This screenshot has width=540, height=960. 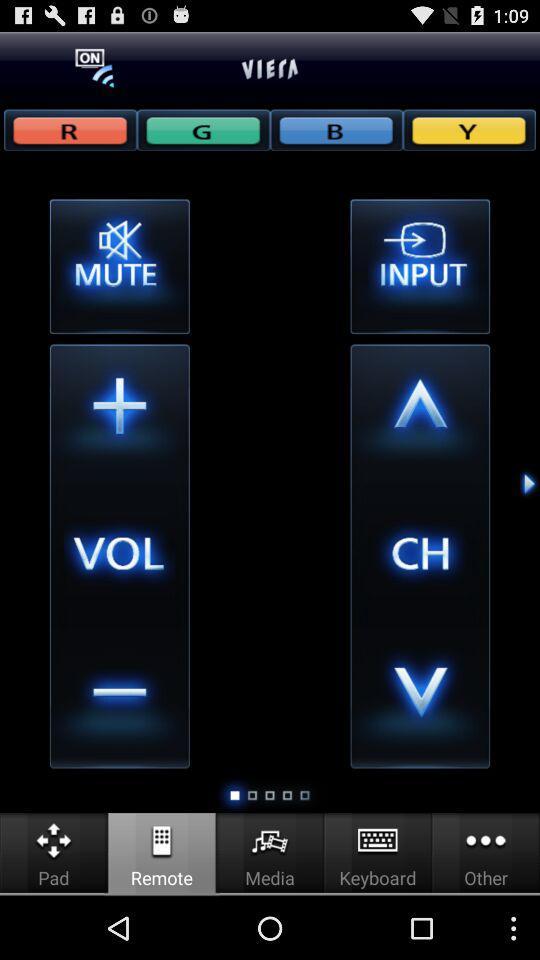 I want to click on the option remote icon on right side of pad icon, so click(x=161, y=840).